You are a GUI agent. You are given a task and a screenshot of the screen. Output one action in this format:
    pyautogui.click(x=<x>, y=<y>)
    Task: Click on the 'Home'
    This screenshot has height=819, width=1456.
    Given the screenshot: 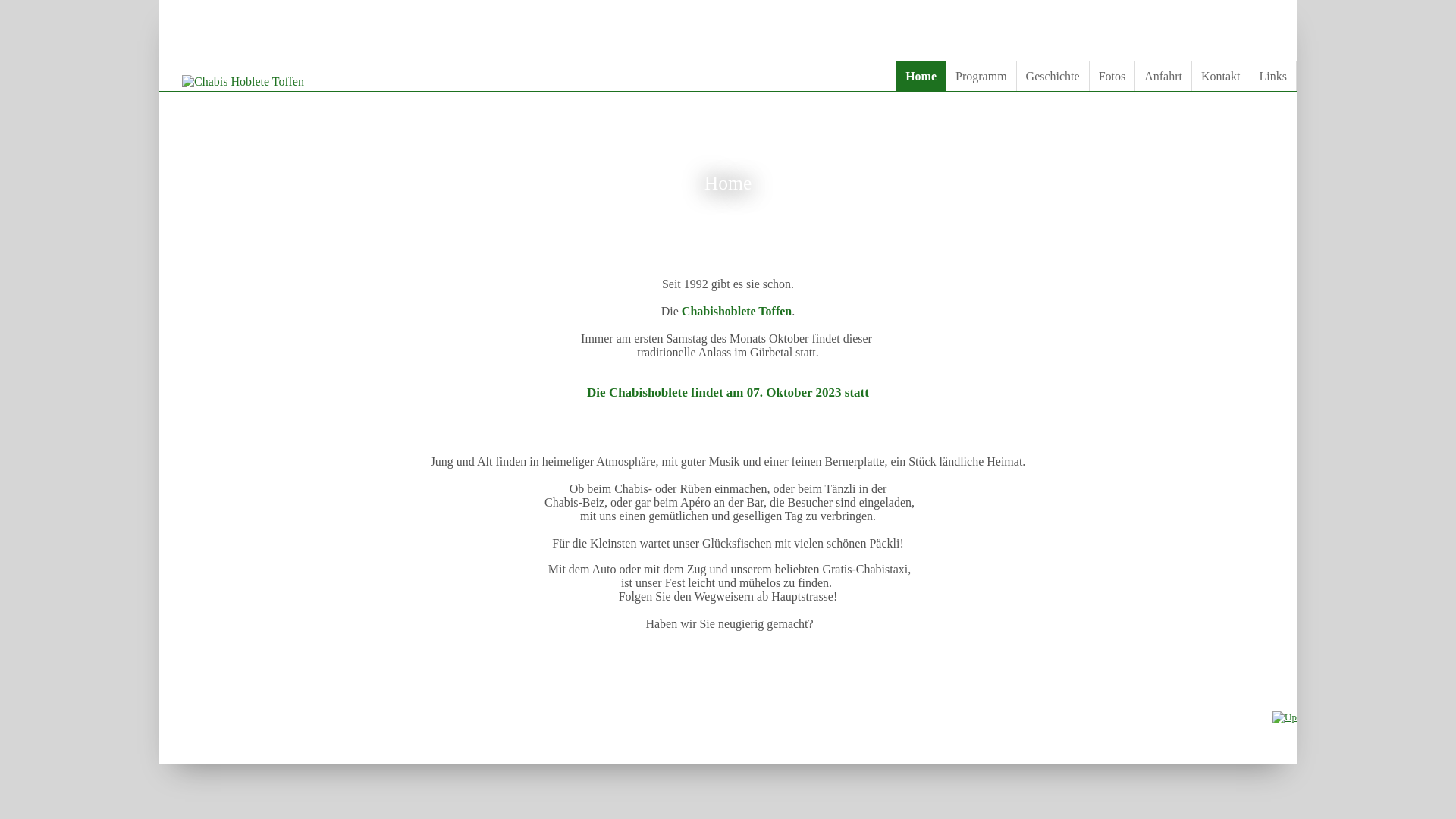 What is the action you would take?
    pyautogui.click(x=920, y=76)
    